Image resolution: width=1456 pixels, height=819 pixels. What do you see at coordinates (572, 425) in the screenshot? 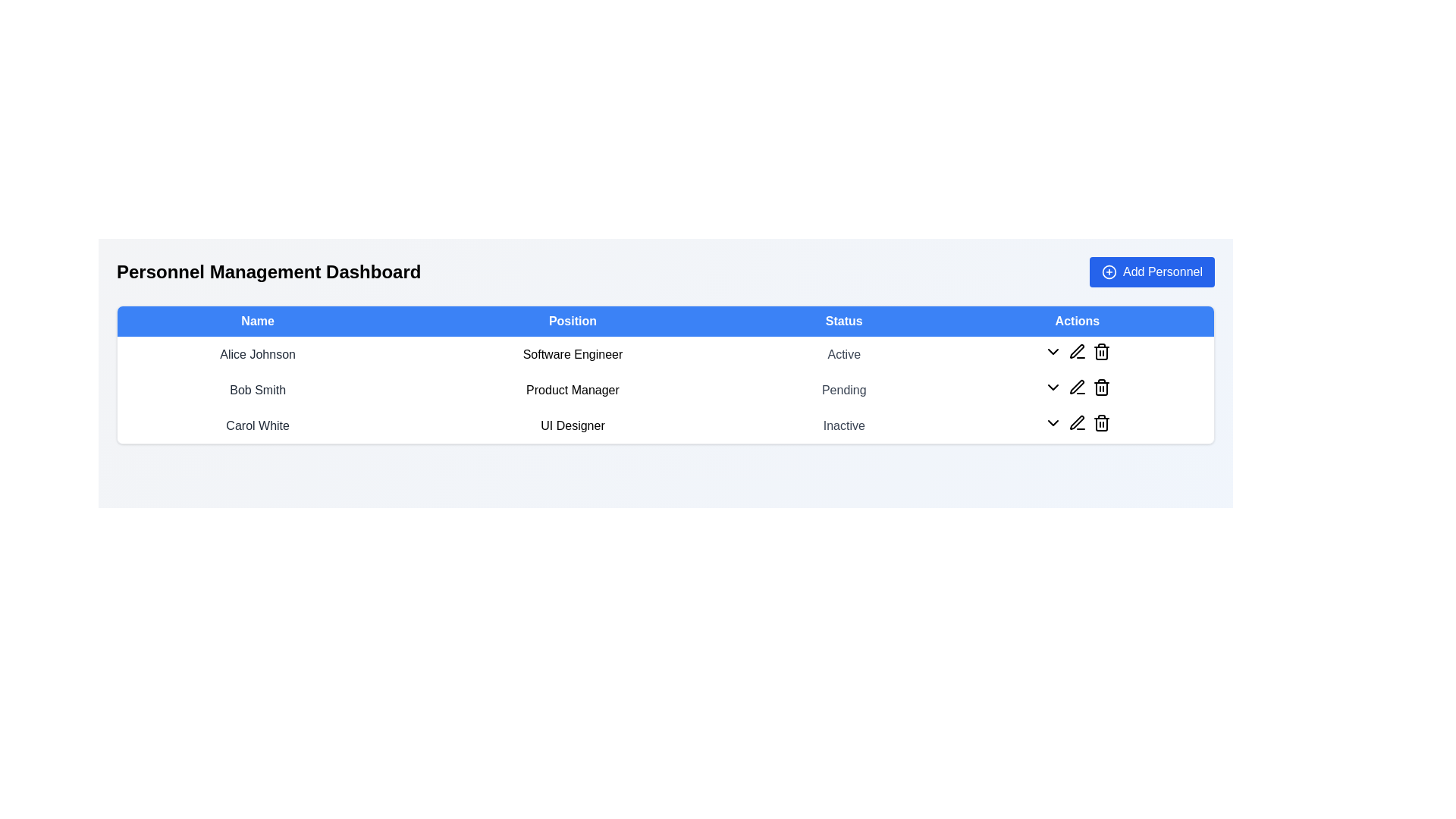
I see `the text block labeled 'UI Designer' in the 'Position' column of the row associated with 'Carol White' in the displayed table` at bounding box center [572, 425].